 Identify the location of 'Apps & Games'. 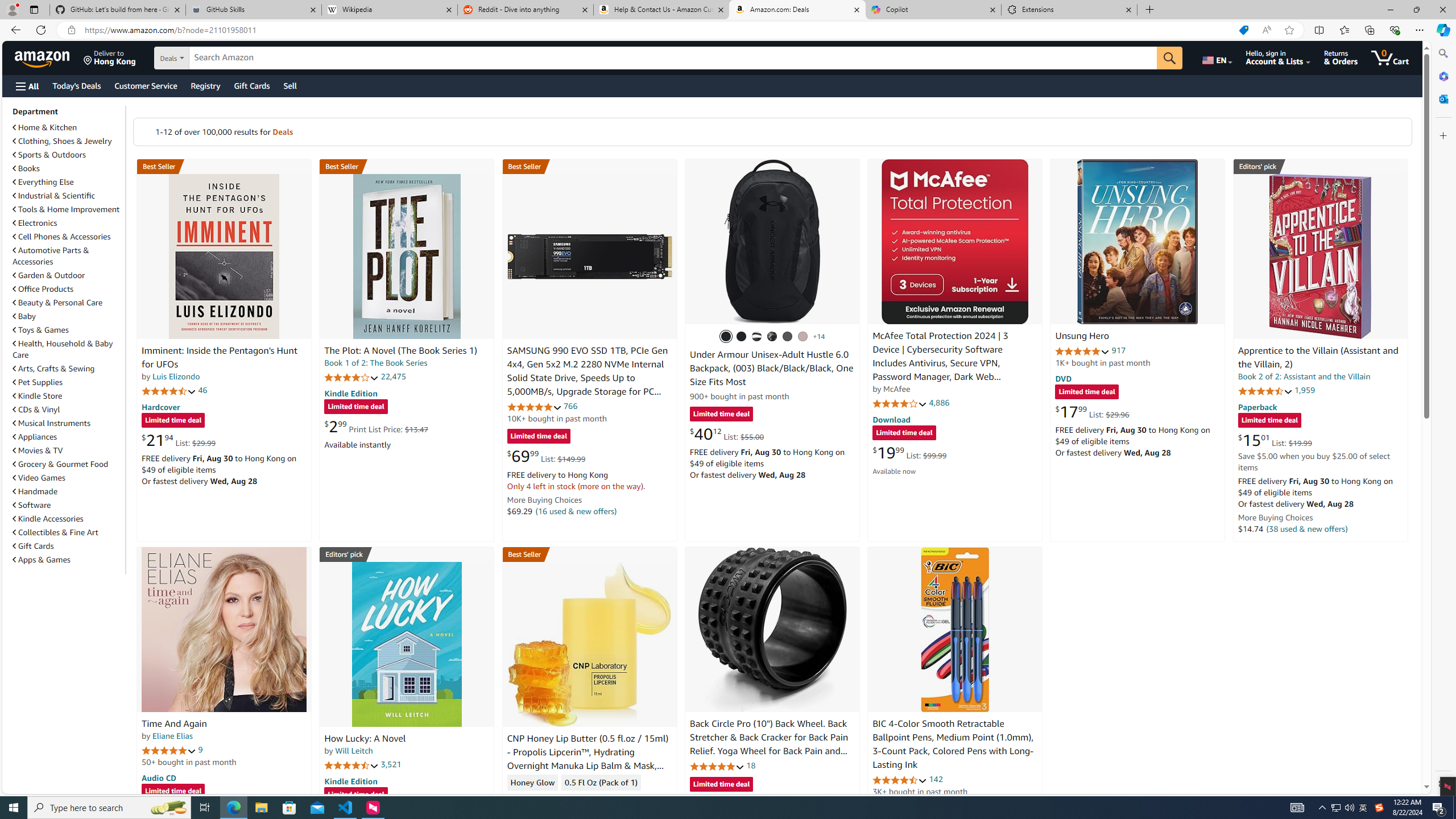
(67, 559).